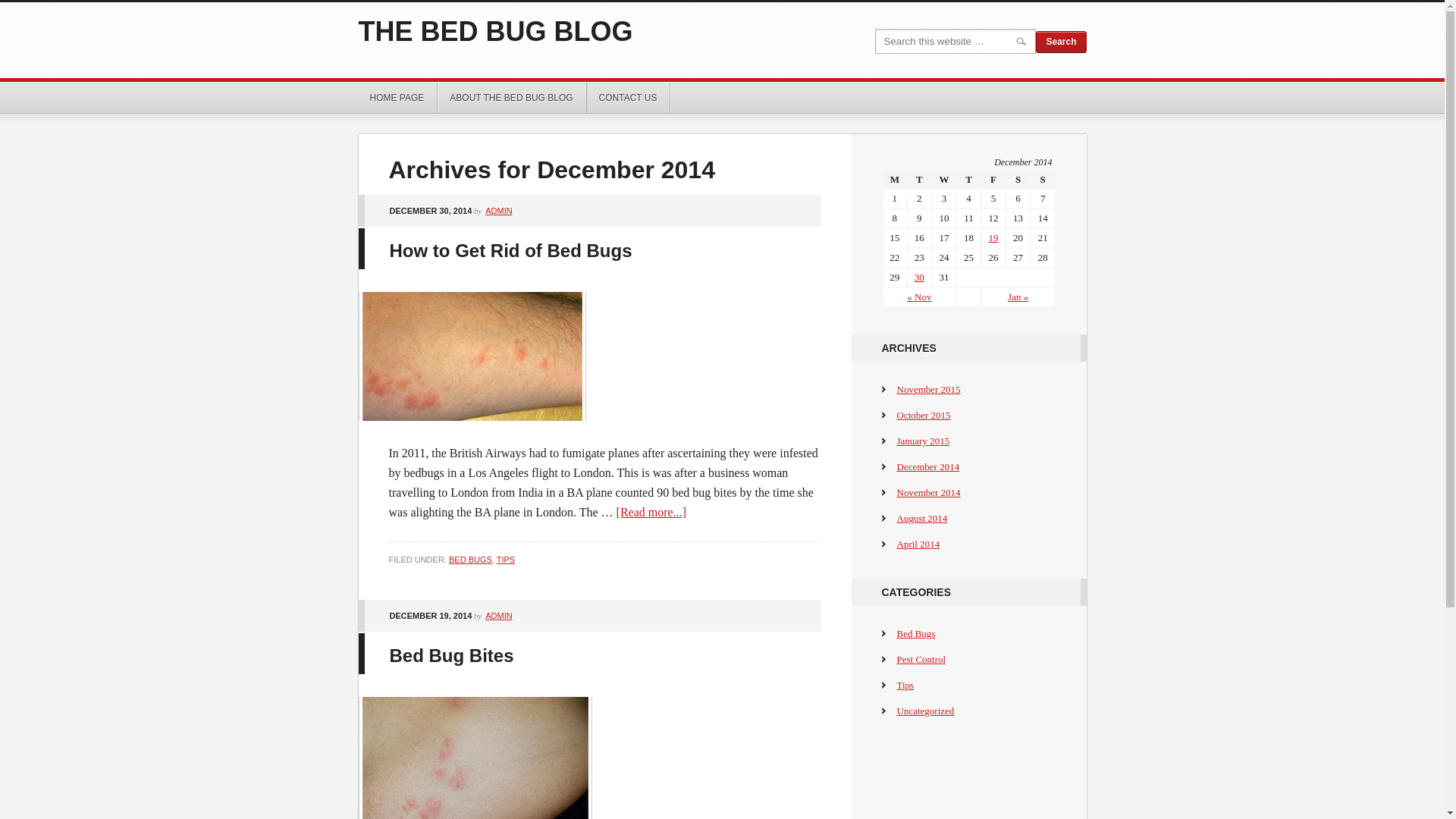  I want to click on 'October 2015', so click(922, 415).